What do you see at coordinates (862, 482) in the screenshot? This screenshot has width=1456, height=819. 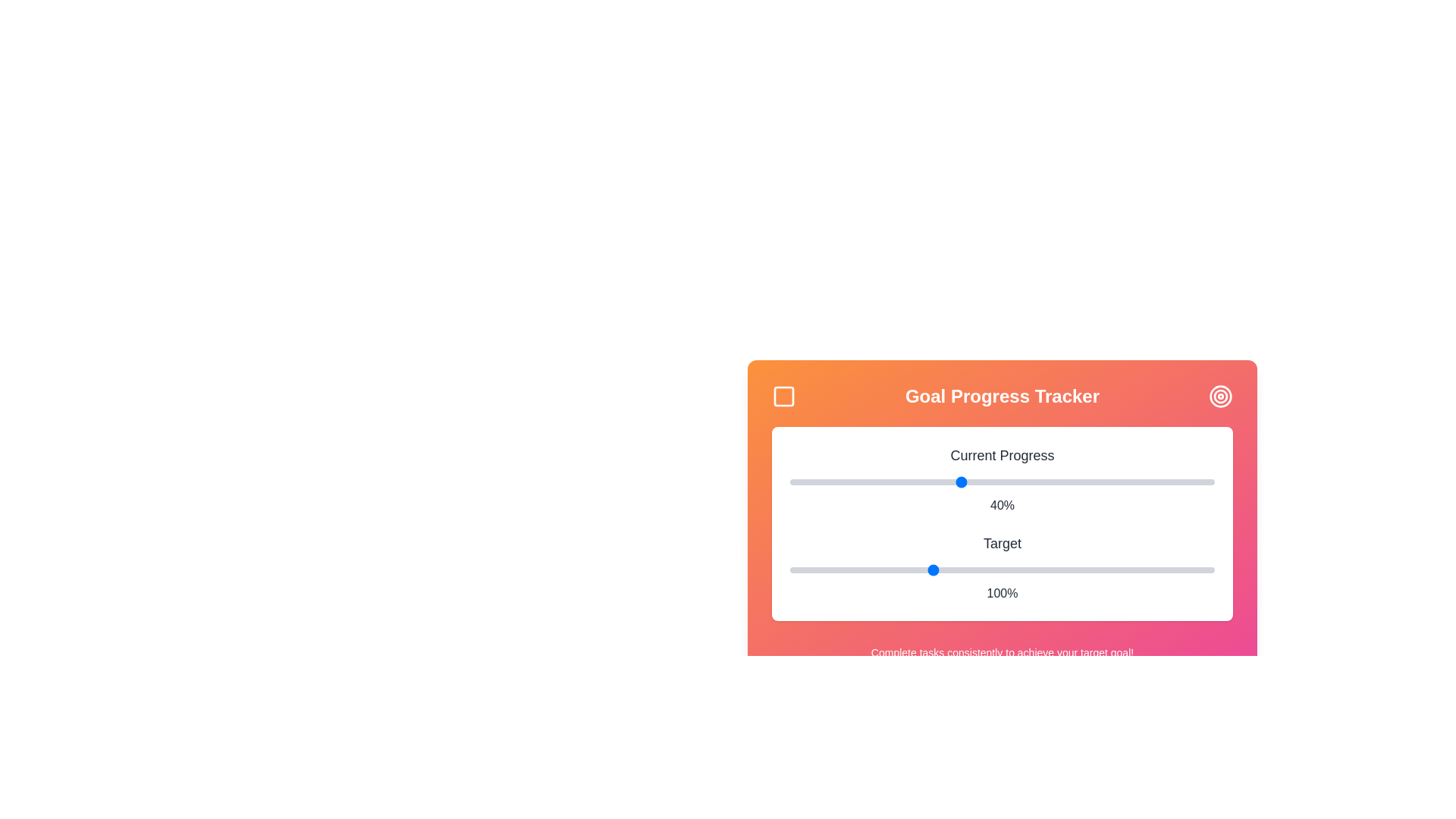 I see `the 'Current Progress' slider to 17%` at bounding box center [862, 482].